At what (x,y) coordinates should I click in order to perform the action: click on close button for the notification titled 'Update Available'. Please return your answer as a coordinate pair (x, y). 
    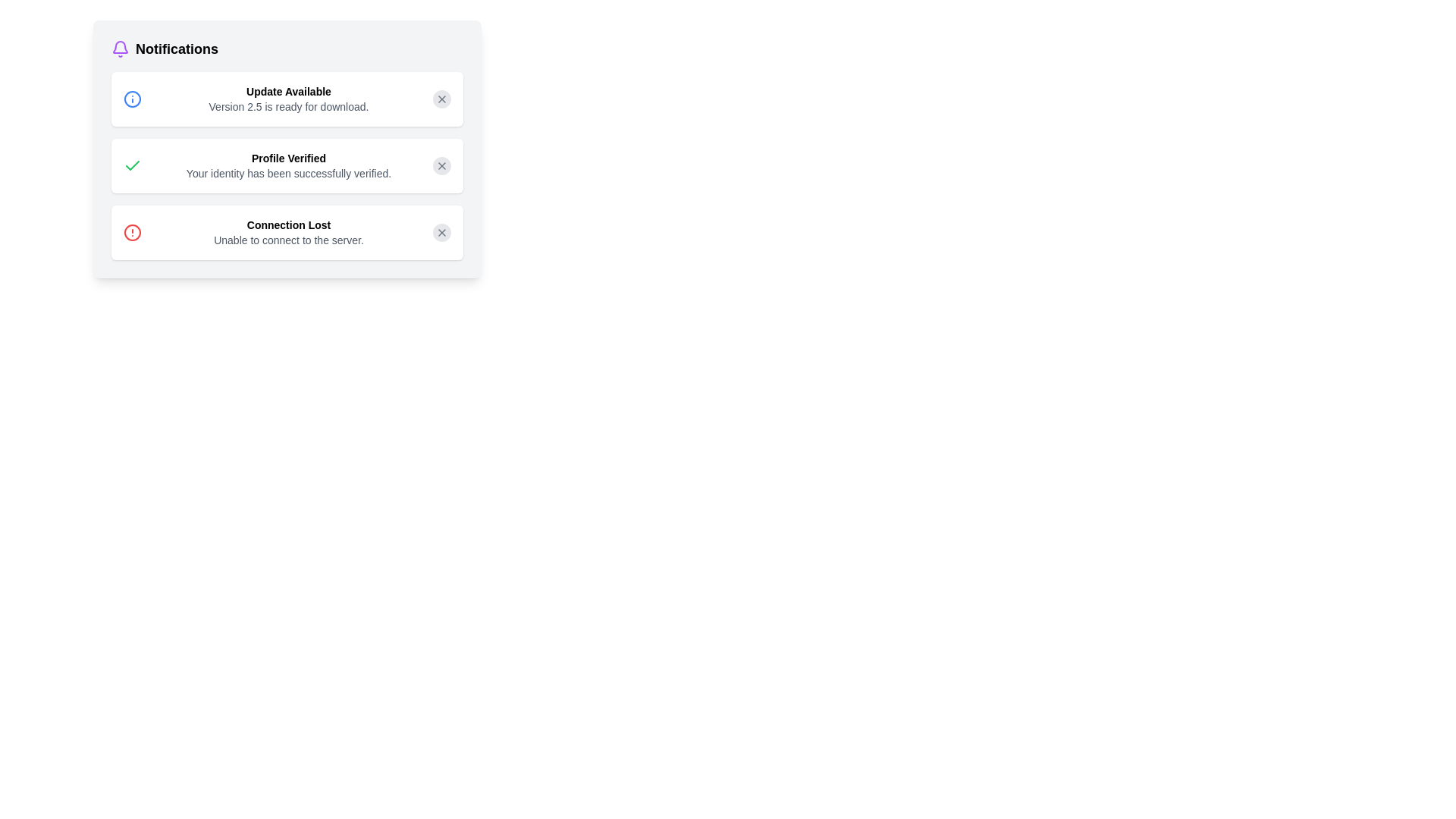
    Looking at the image, I should click on (441, 99).